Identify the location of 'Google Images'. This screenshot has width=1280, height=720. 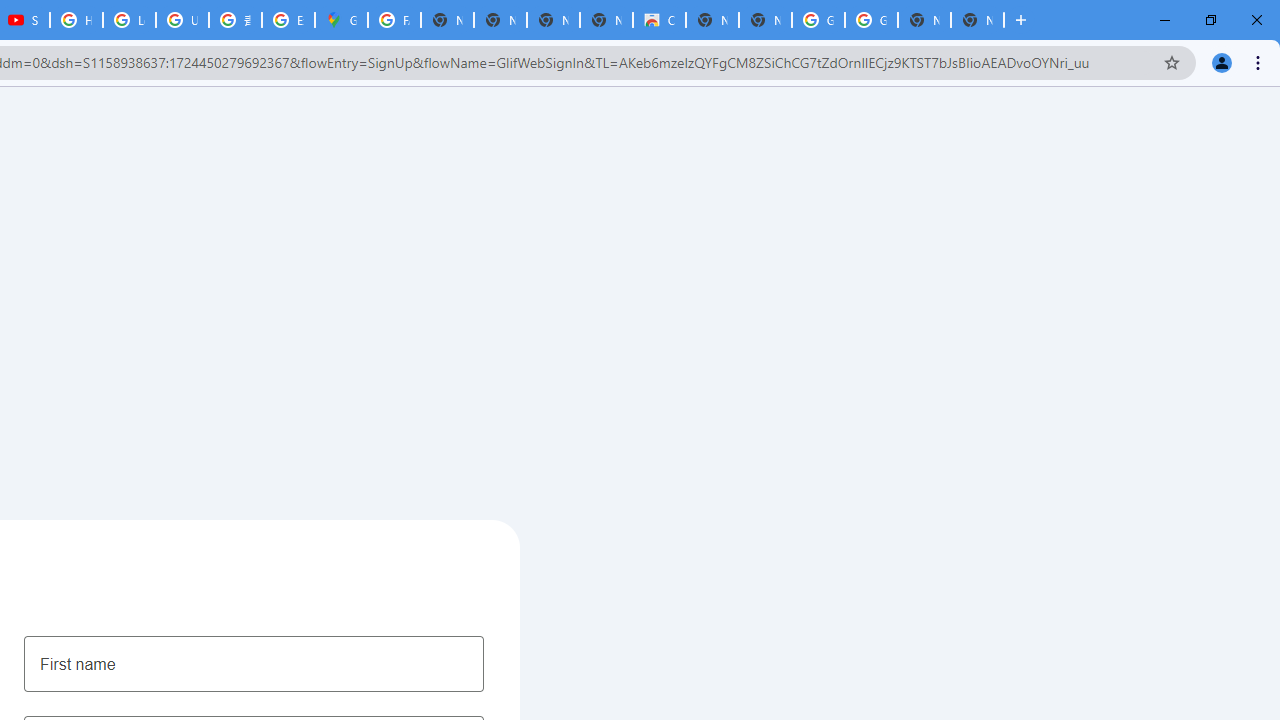
(818, 20).